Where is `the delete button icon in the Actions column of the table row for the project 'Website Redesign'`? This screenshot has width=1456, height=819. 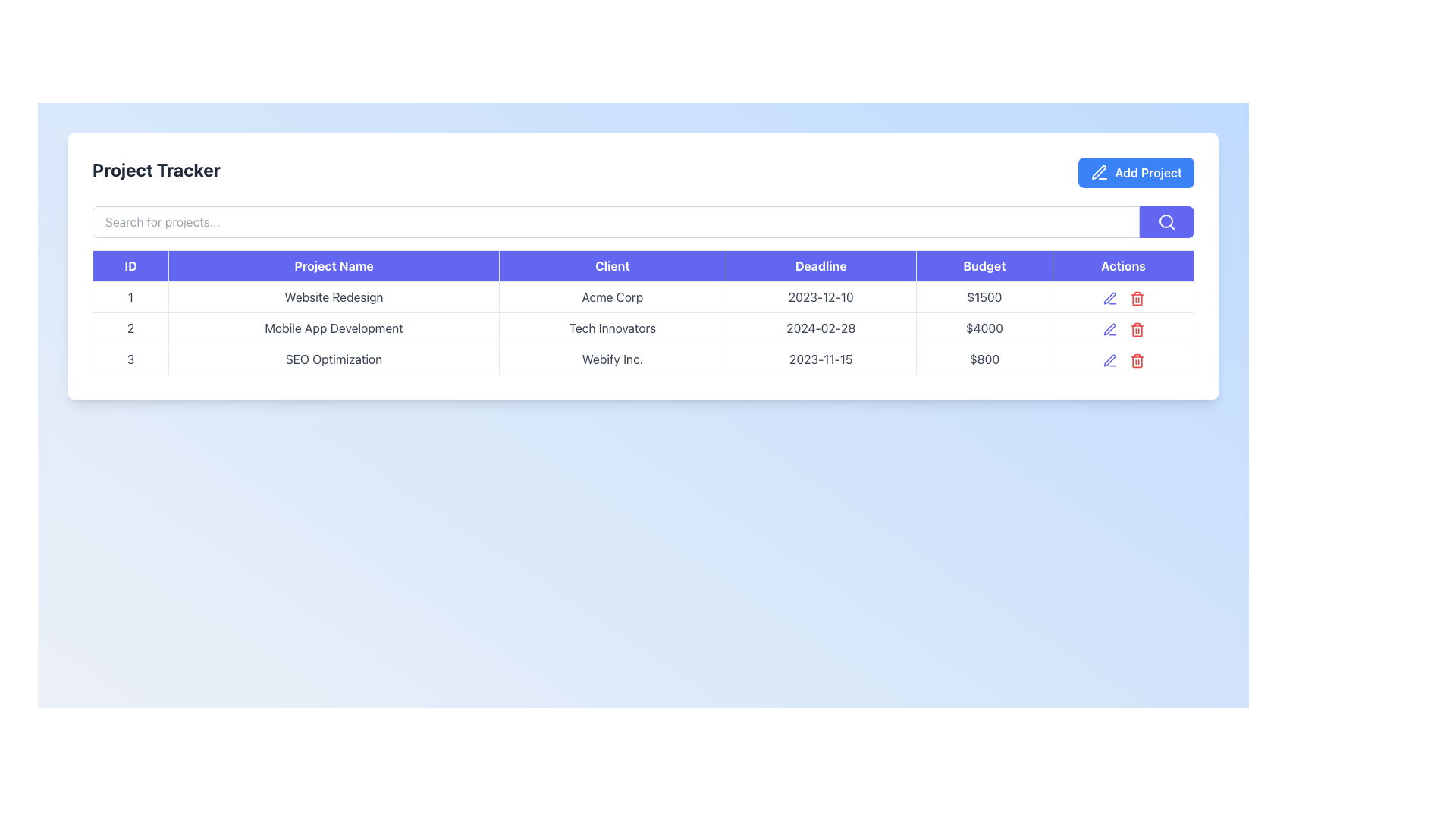 the delete button icon in the Actions column of the table row for the project 'Website Redesign' is located at coordinates (1137, 297).